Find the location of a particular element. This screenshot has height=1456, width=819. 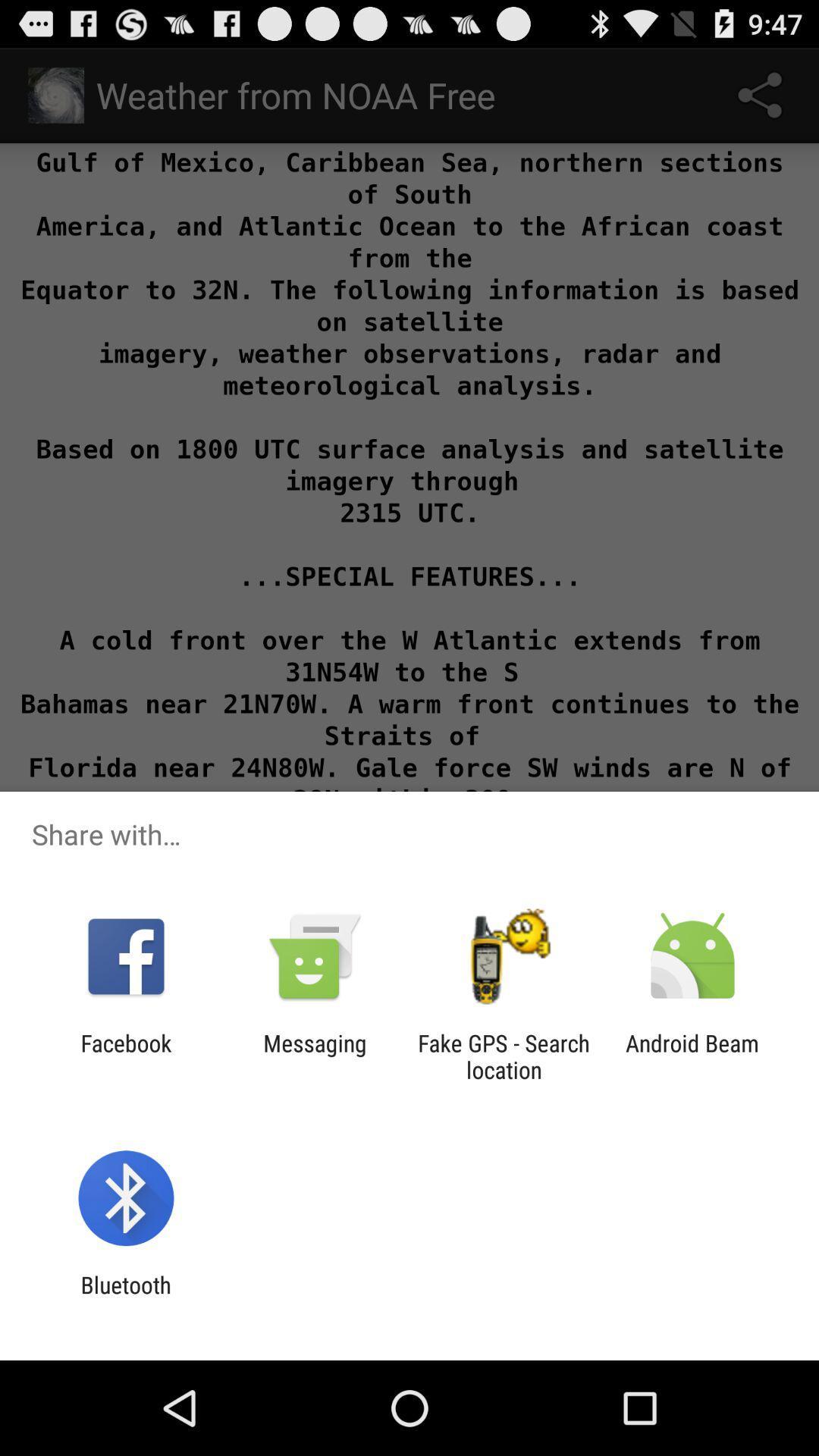

the app next to messaging icon is located at coordinates (504, 1056).